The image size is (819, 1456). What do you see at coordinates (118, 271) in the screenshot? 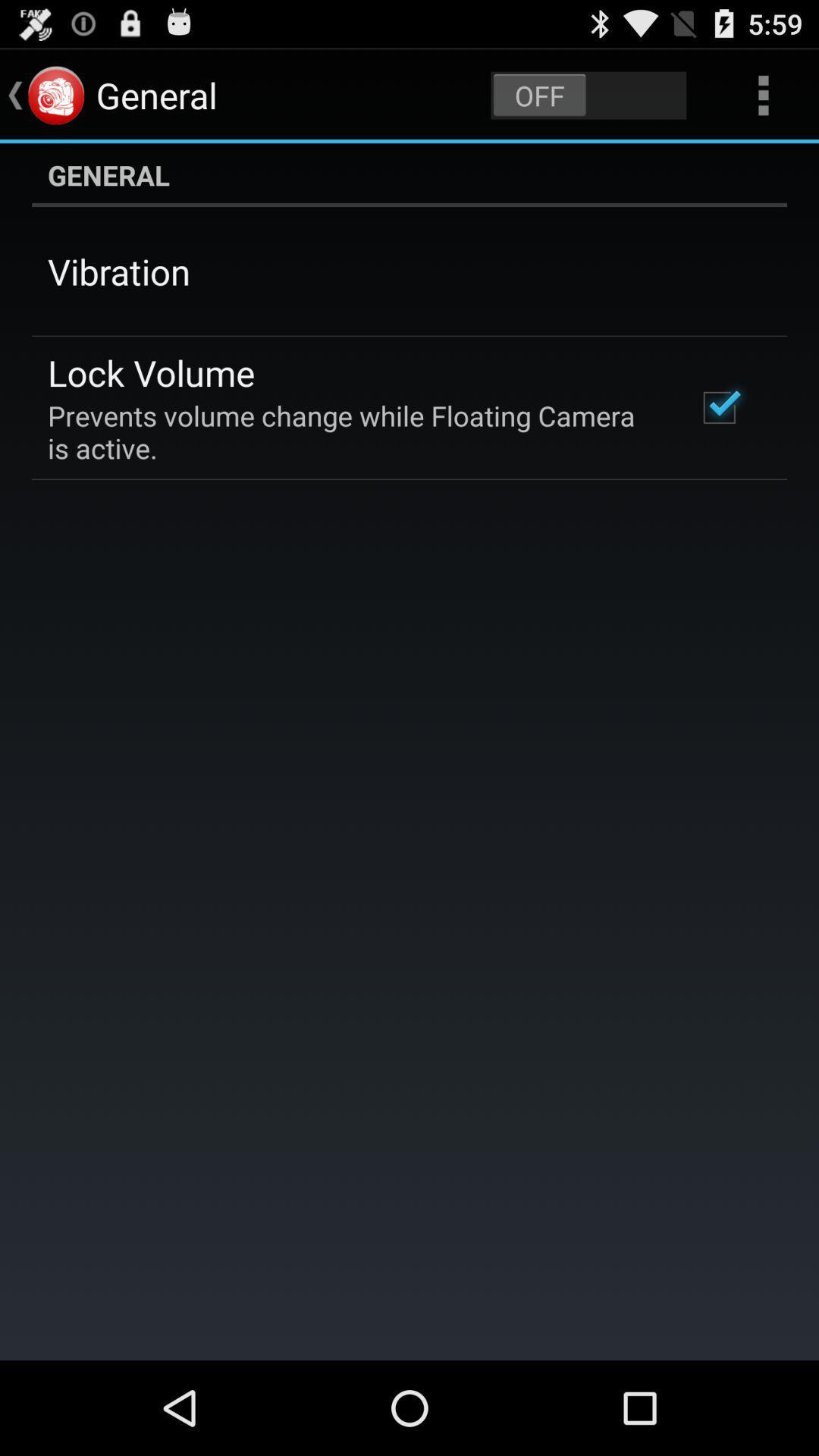
I see `vibration app` at bounding box center [118, 271].